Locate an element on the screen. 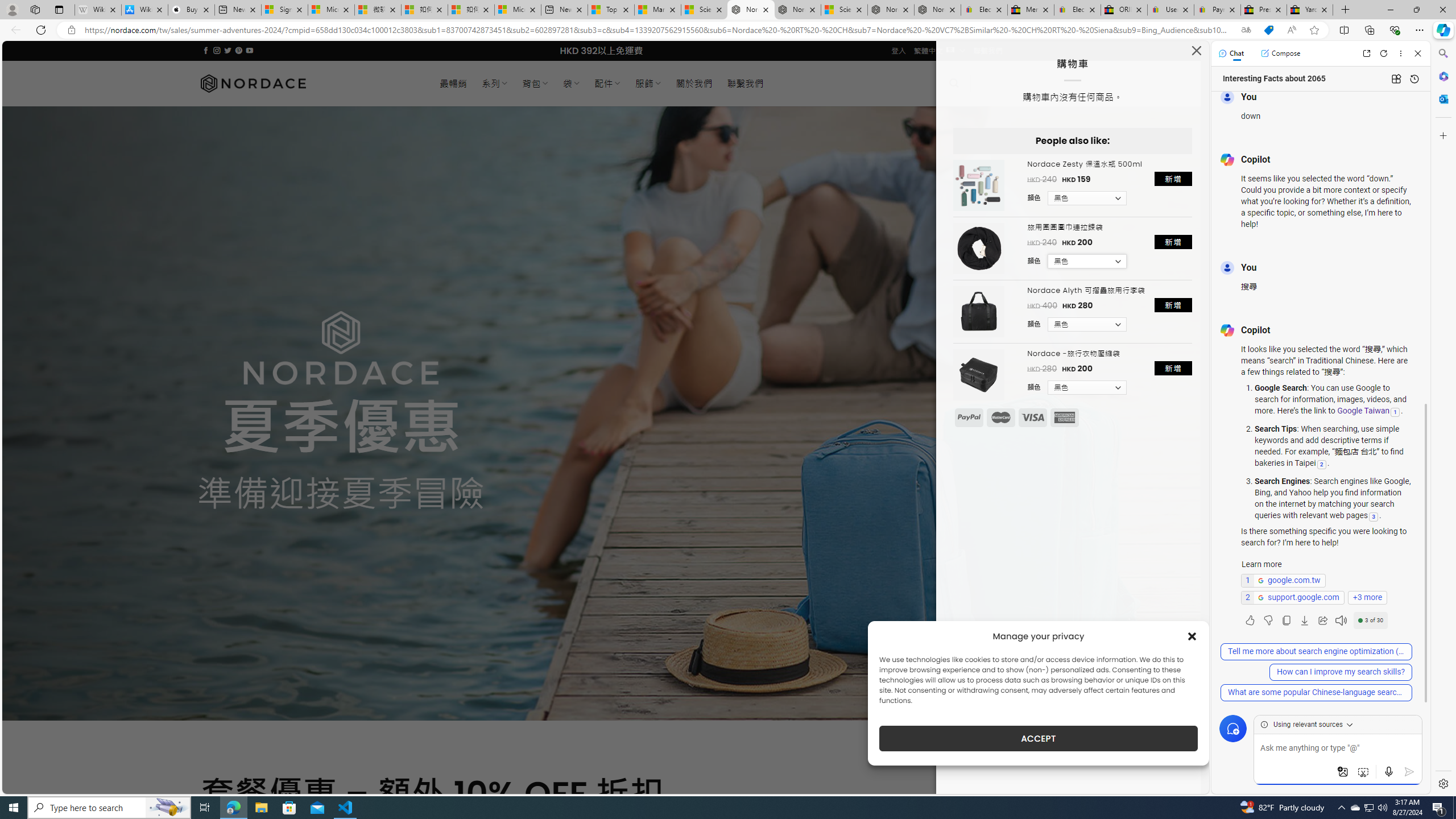  'ACCEPT' is located at coordinates (1039, 738).